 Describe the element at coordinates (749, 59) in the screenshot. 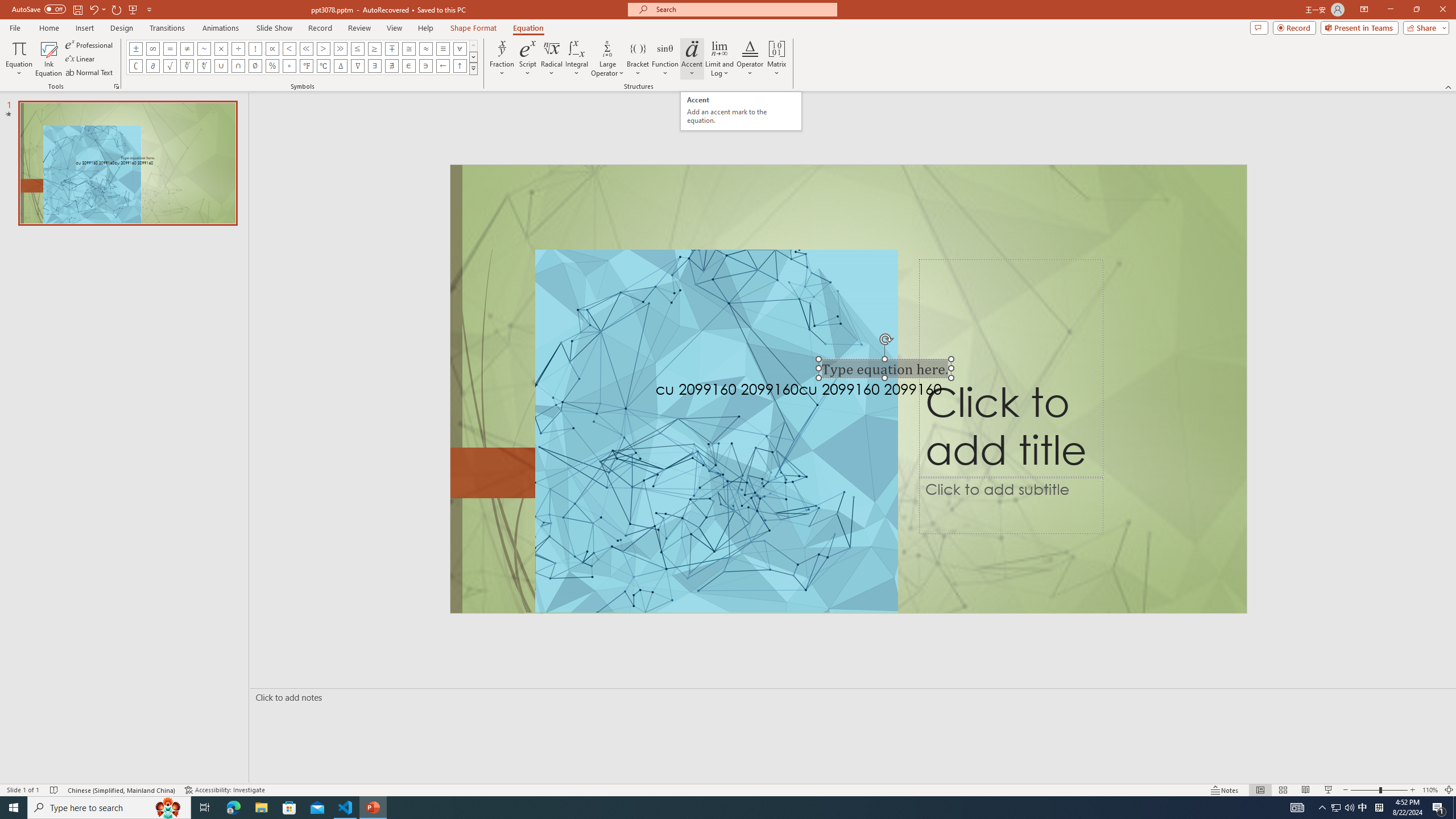

I see `'Operator'` at that location.